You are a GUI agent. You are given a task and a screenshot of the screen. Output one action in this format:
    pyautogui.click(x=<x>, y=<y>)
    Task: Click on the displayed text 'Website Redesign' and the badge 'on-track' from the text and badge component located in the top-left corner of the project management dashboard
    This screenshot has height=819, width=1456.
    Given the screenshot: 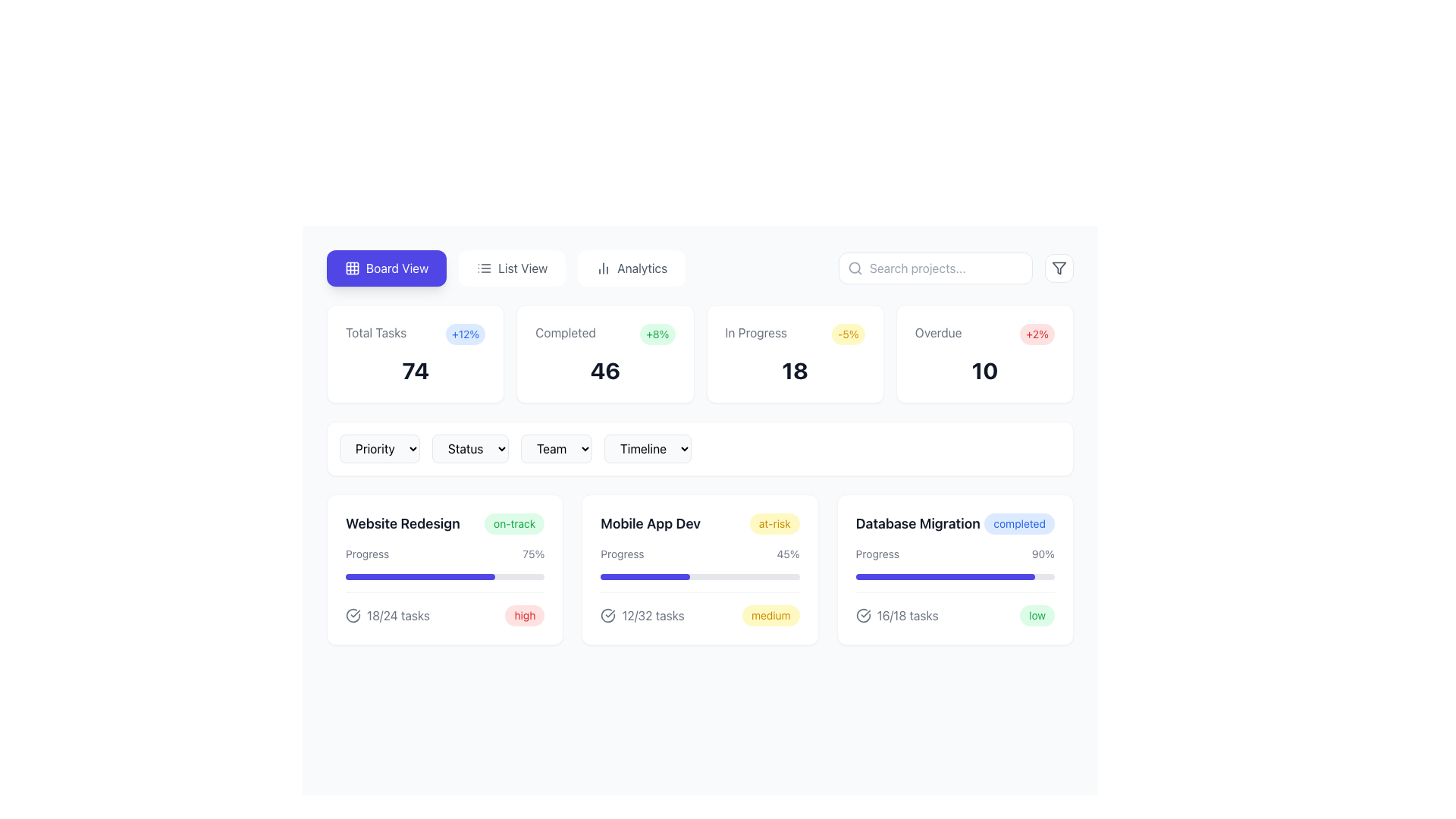 What is the action you would take?
    pyautogui.click(x=444, y=522)
    